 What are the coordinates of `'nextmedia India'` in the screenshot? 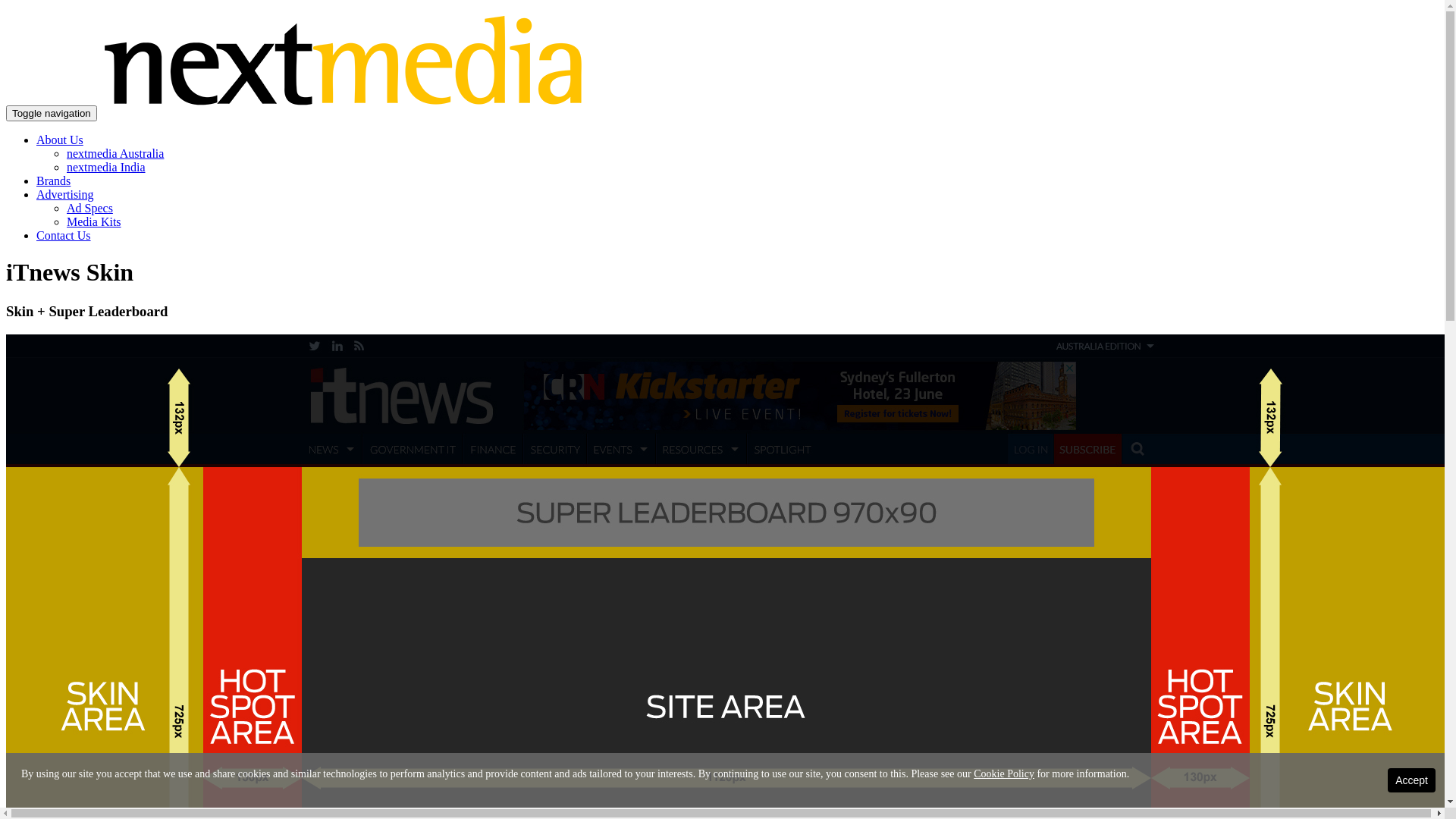 It's located at (65, 167).